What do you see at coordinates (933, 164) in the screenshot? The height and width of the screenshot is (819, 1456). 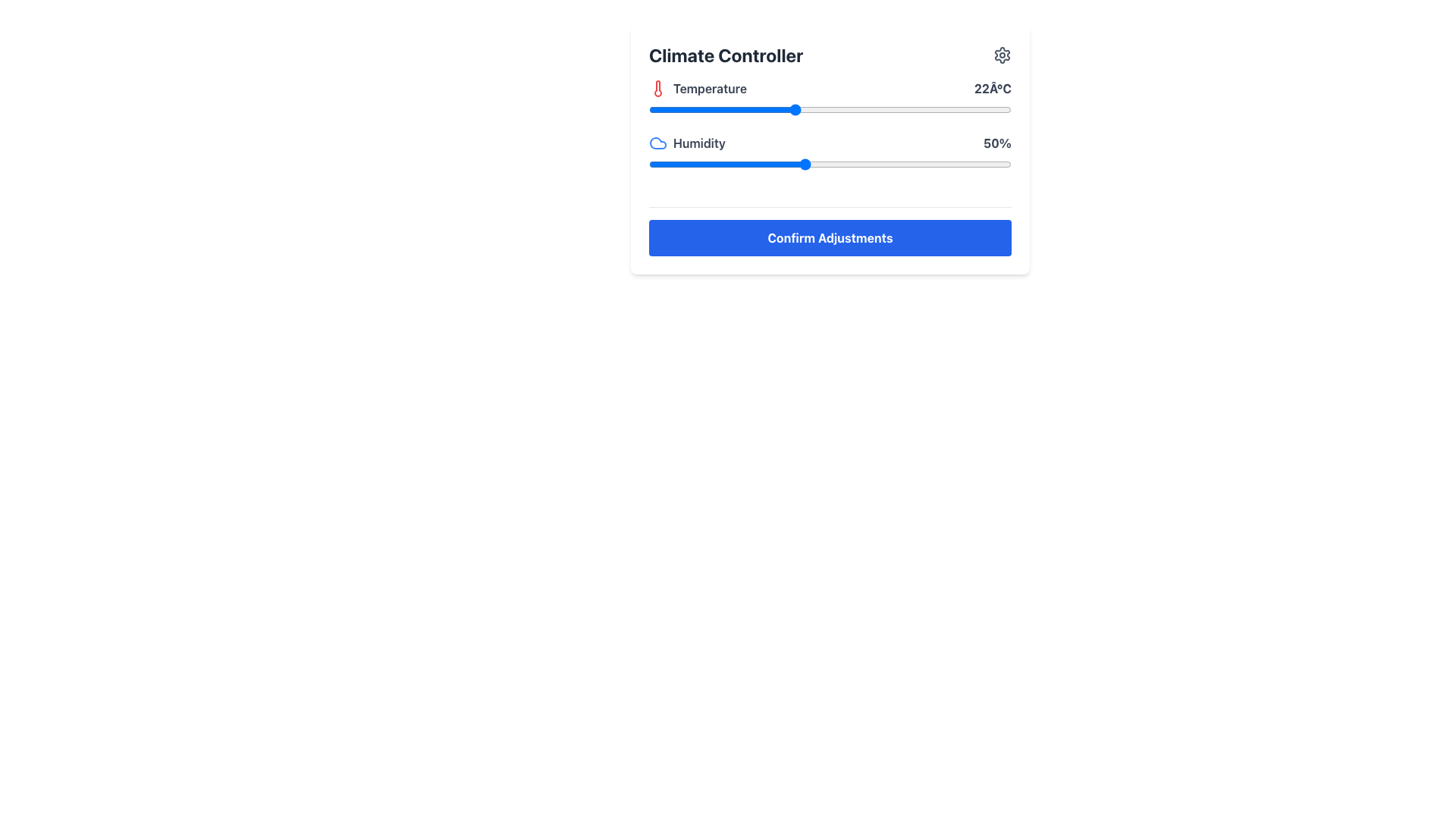 I see `the humidity` at bounding box center [933, 164].